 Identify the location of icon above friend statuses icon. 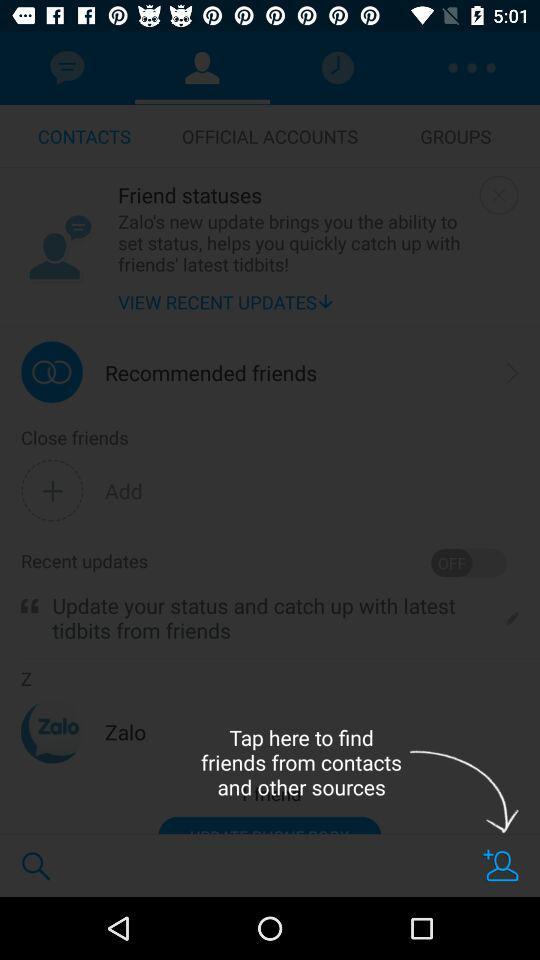
(270, 135).